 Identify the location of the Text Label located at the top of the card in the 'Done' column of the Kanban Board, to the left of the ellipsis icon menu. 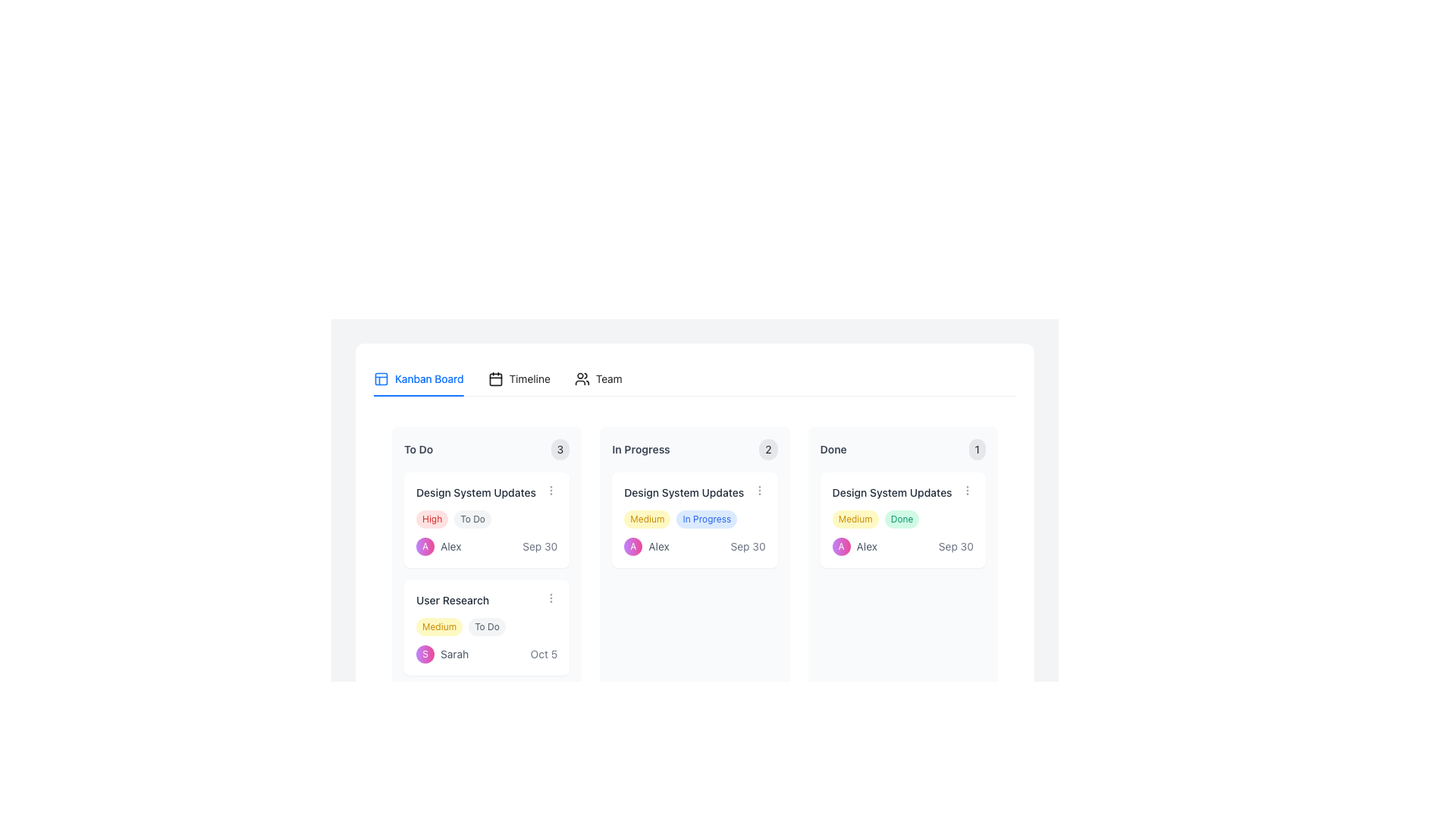
(892, 493).